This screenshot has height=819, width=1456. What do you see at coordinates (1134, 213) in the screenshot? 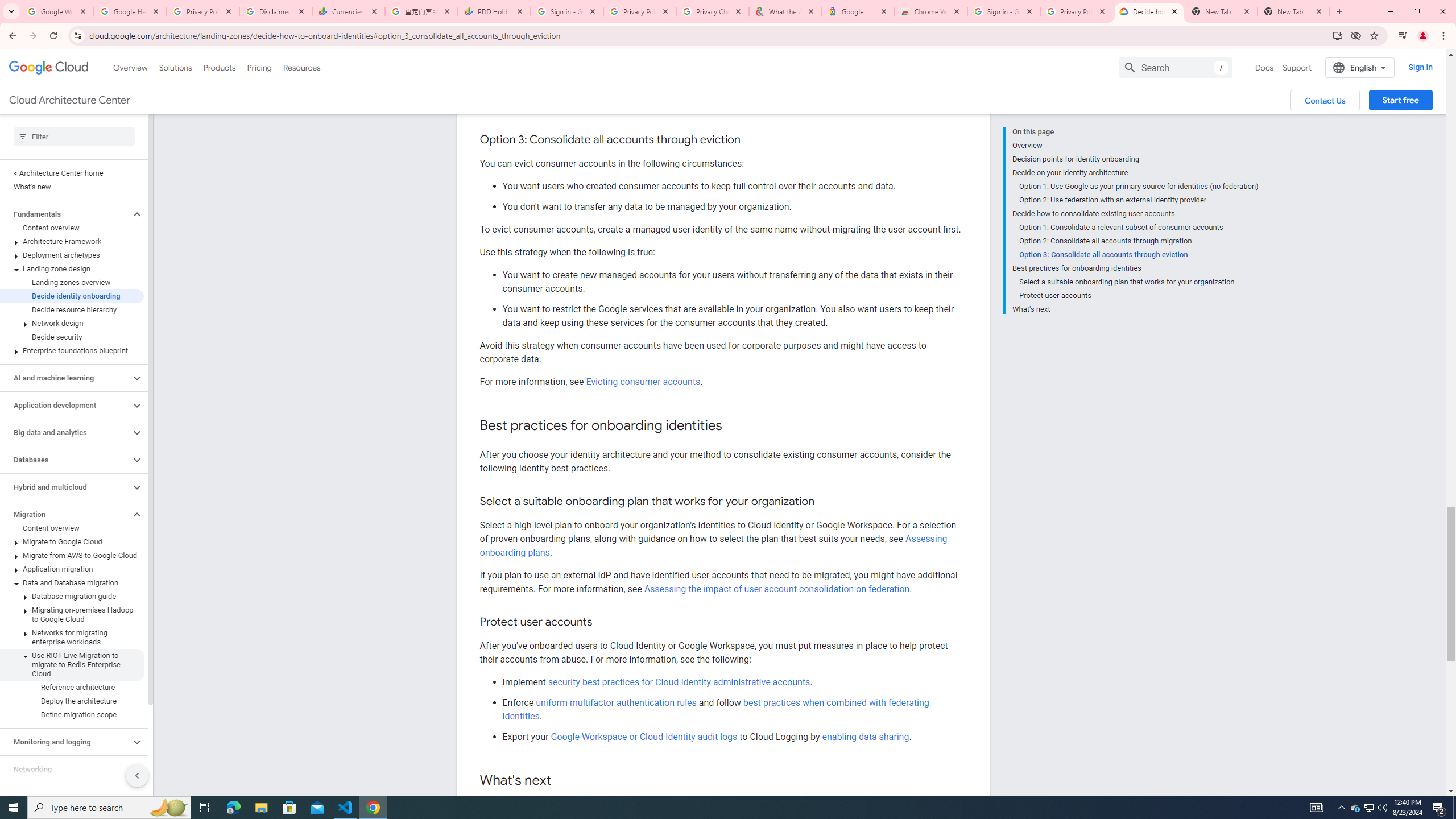
I see `'Decide how to consolidate existing user accounts'` at bounding box center [1134, 213].